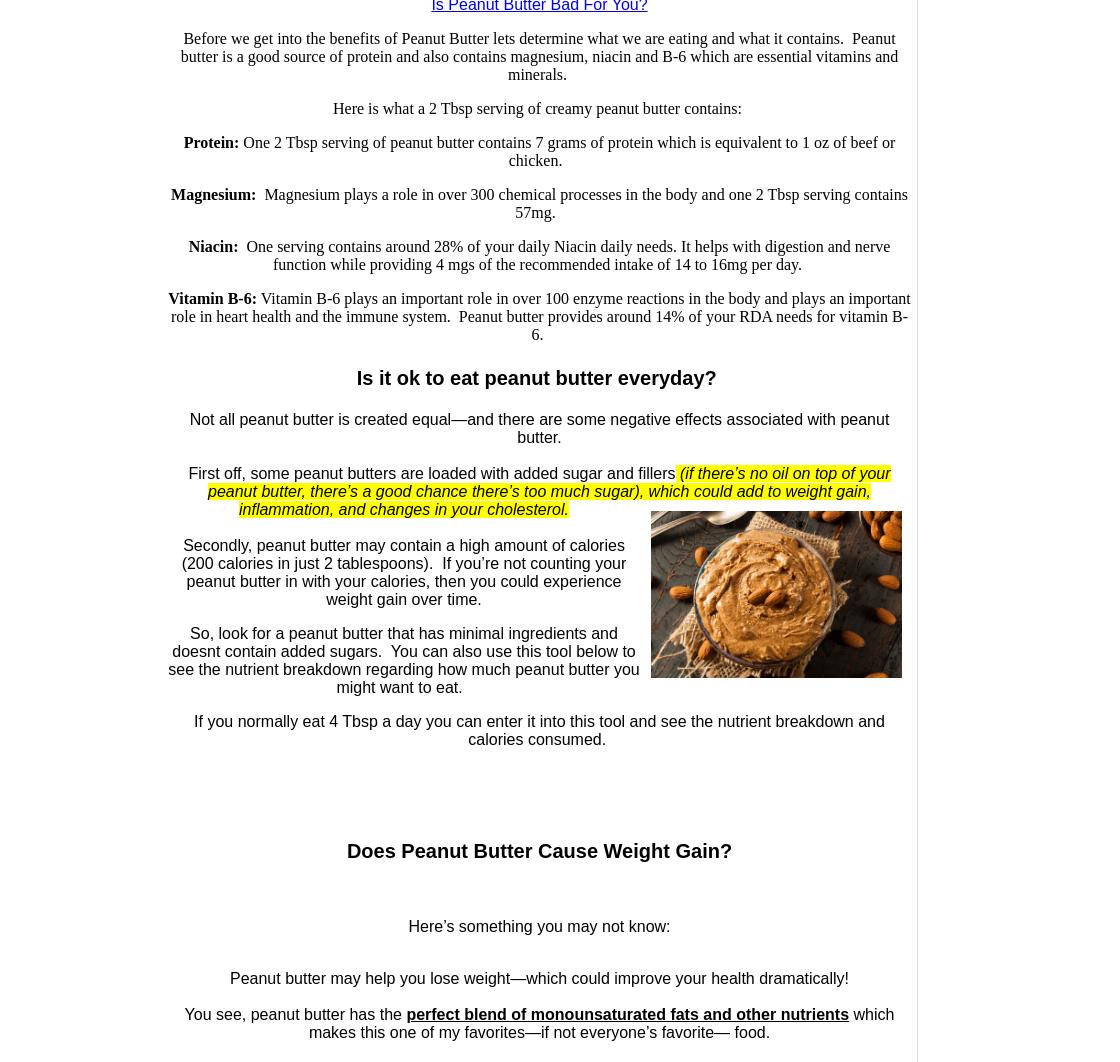  I want to click on 'perfect blend of monounsaturated fats and other nutrients', so click(627, 1013).